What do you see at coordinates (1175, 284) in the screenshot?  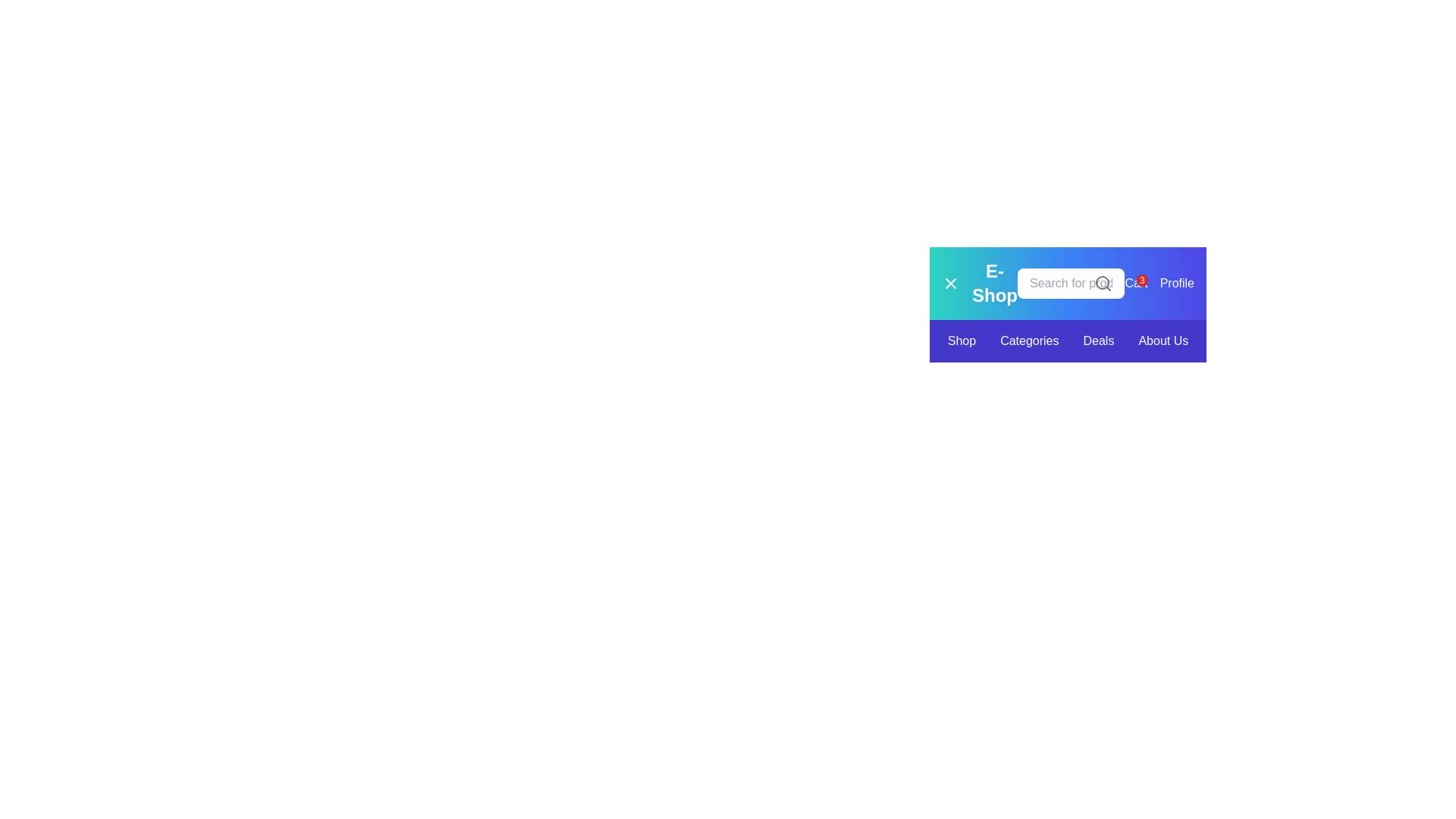 I see `the 'Profile' link located at the far-right of the navigation bar` at bounding box center [1175, 284].